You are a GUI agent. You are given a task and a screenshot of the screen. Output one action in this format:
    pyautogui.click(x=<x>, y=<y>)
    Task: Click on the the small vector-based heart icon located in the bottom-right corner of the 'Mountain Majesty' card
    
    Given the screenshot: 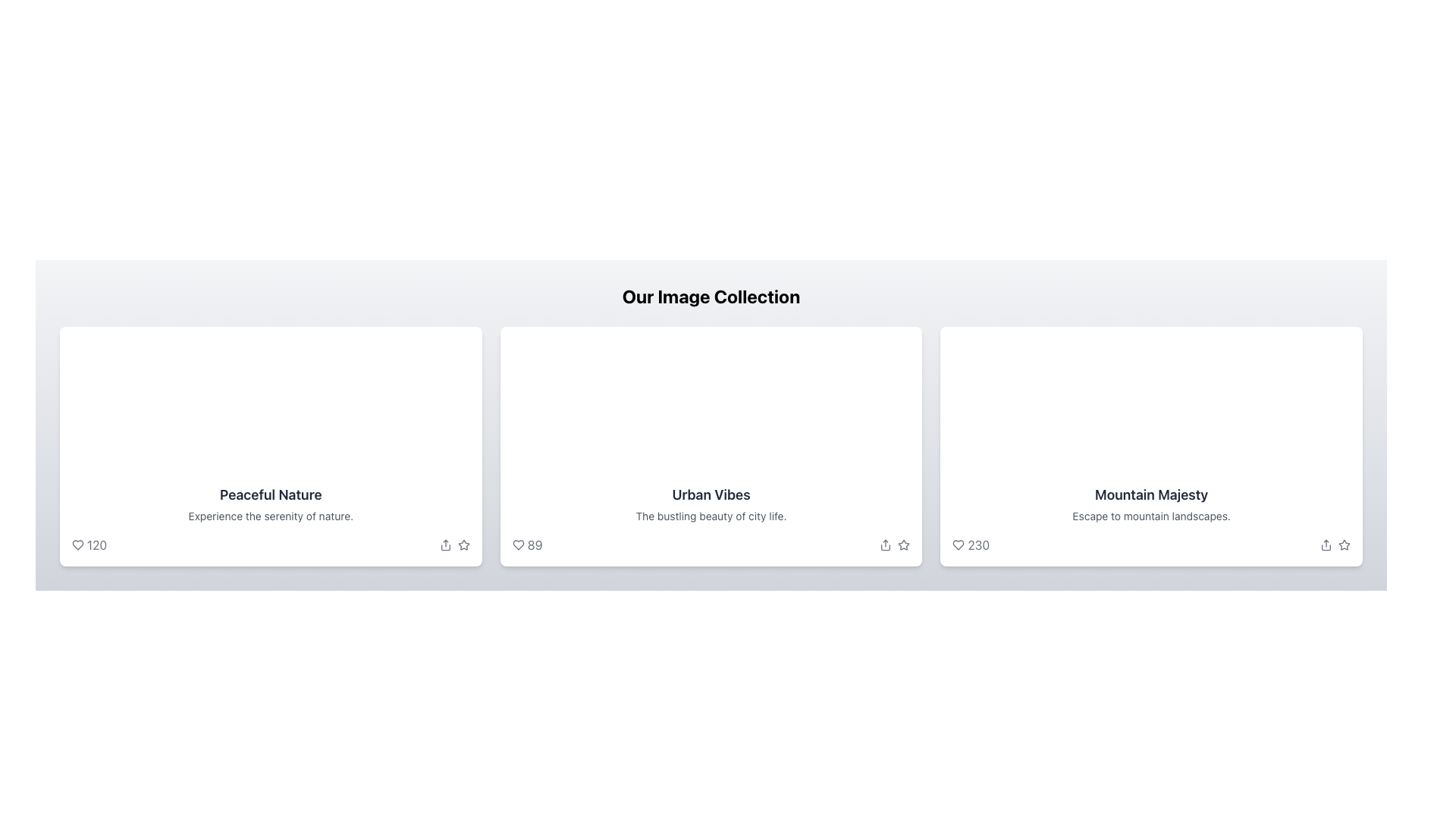 What is the action you would take?
    pyautogui.click(x=958, y=544)
    